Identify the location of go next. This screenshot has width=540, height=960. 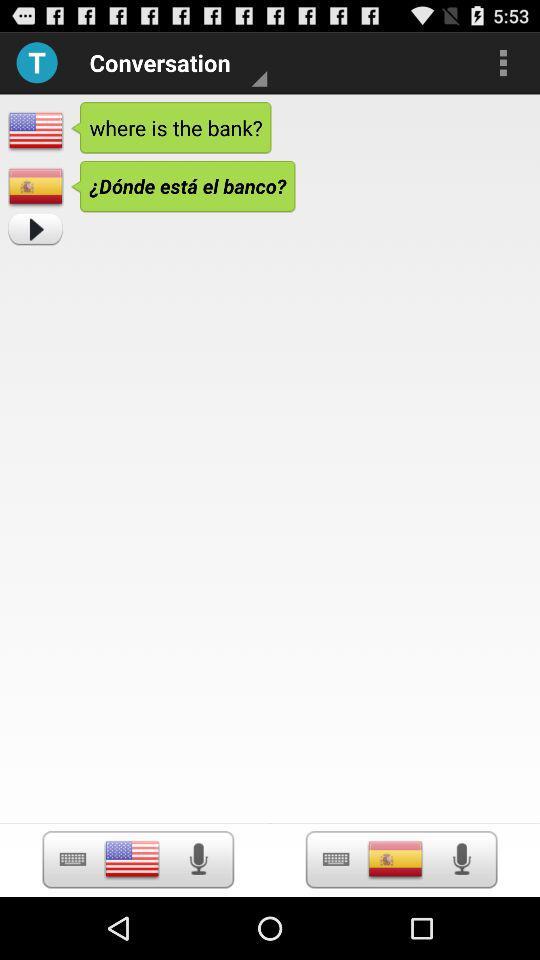
(35, 229).